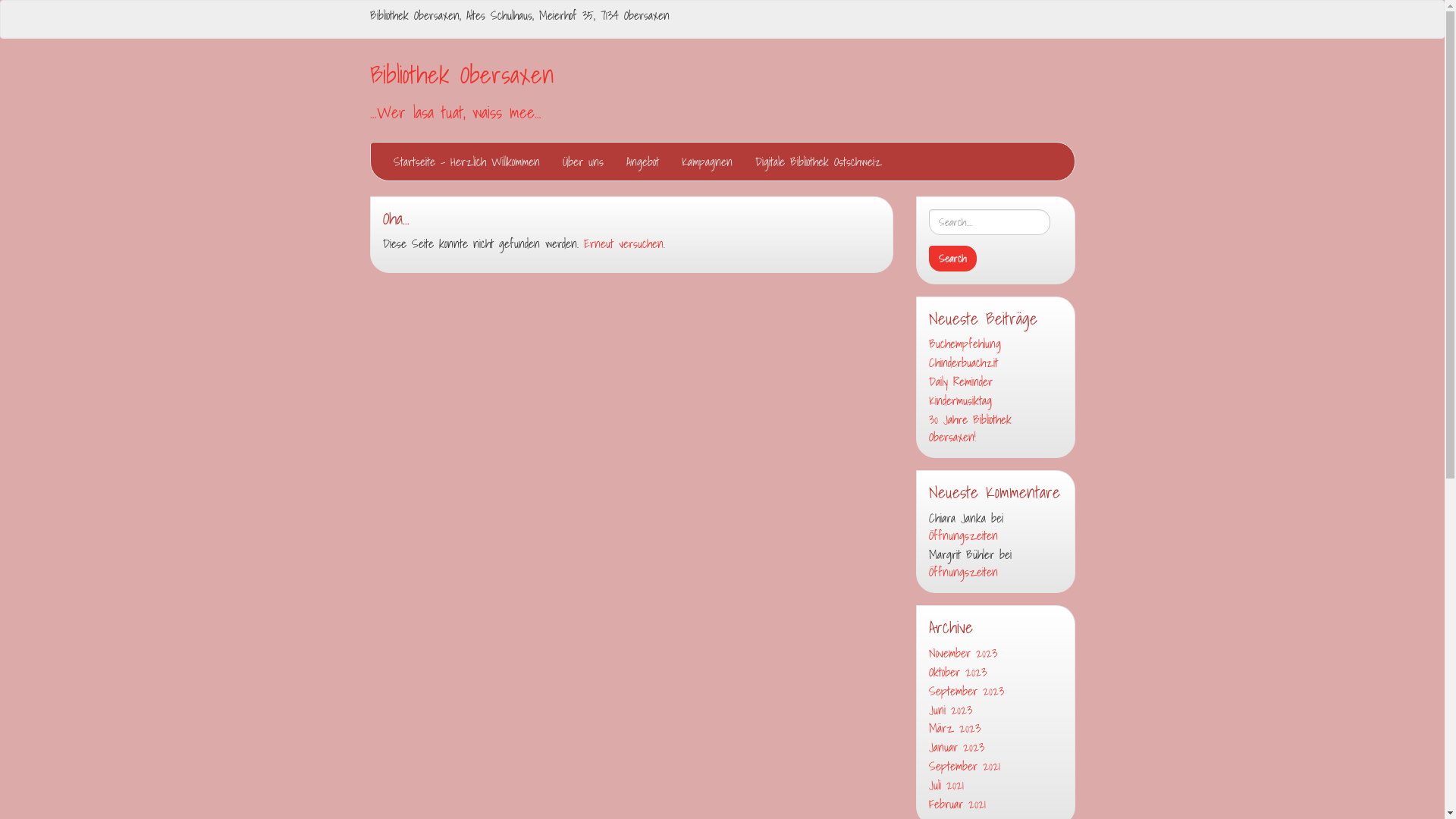 Image resolution: width=1456 pixels, height=819 pixels. Describe the element at coordinates (994, 671) in the screenshot. I see `'Oktober 2023'` at that location.